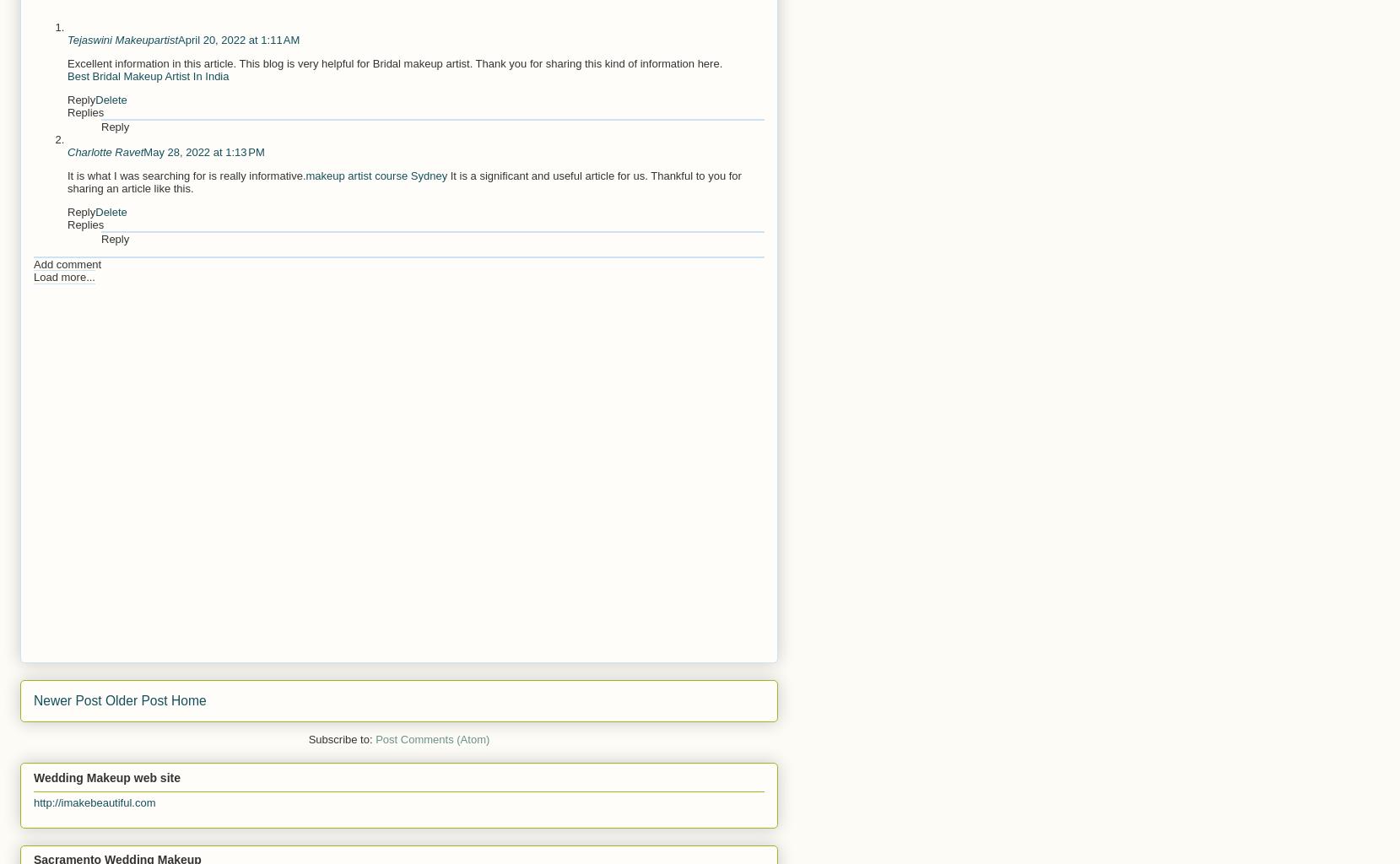 This screenshot has width=1400, height=864. What do you see at coordinates (376, 175) in the screenshot?
I see `'makeup artist course Sydney'` at bounding box center [376, 175].